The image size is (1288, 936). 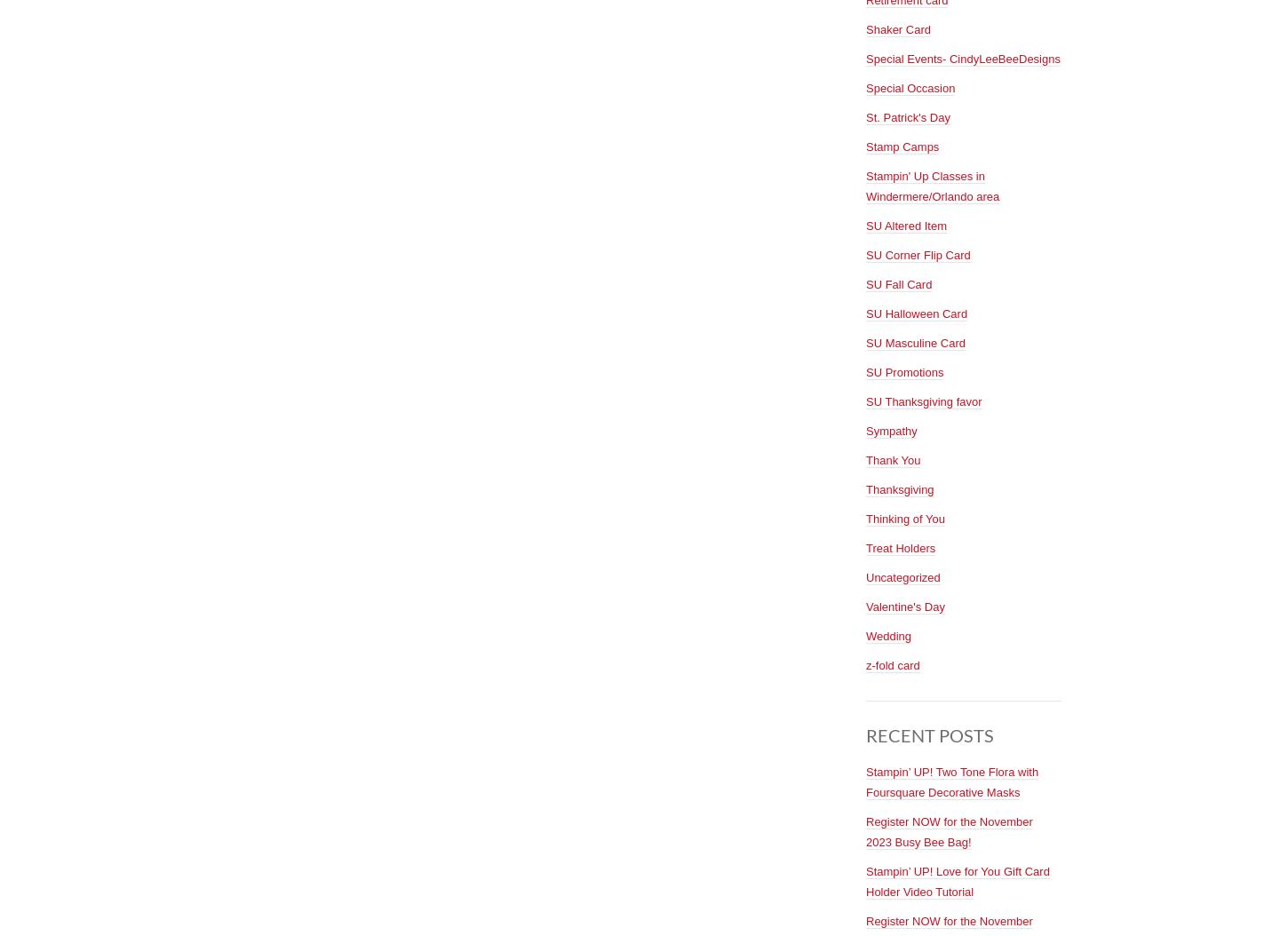 I want to click on 'SU Fall Card', so click(x=898, y=283).